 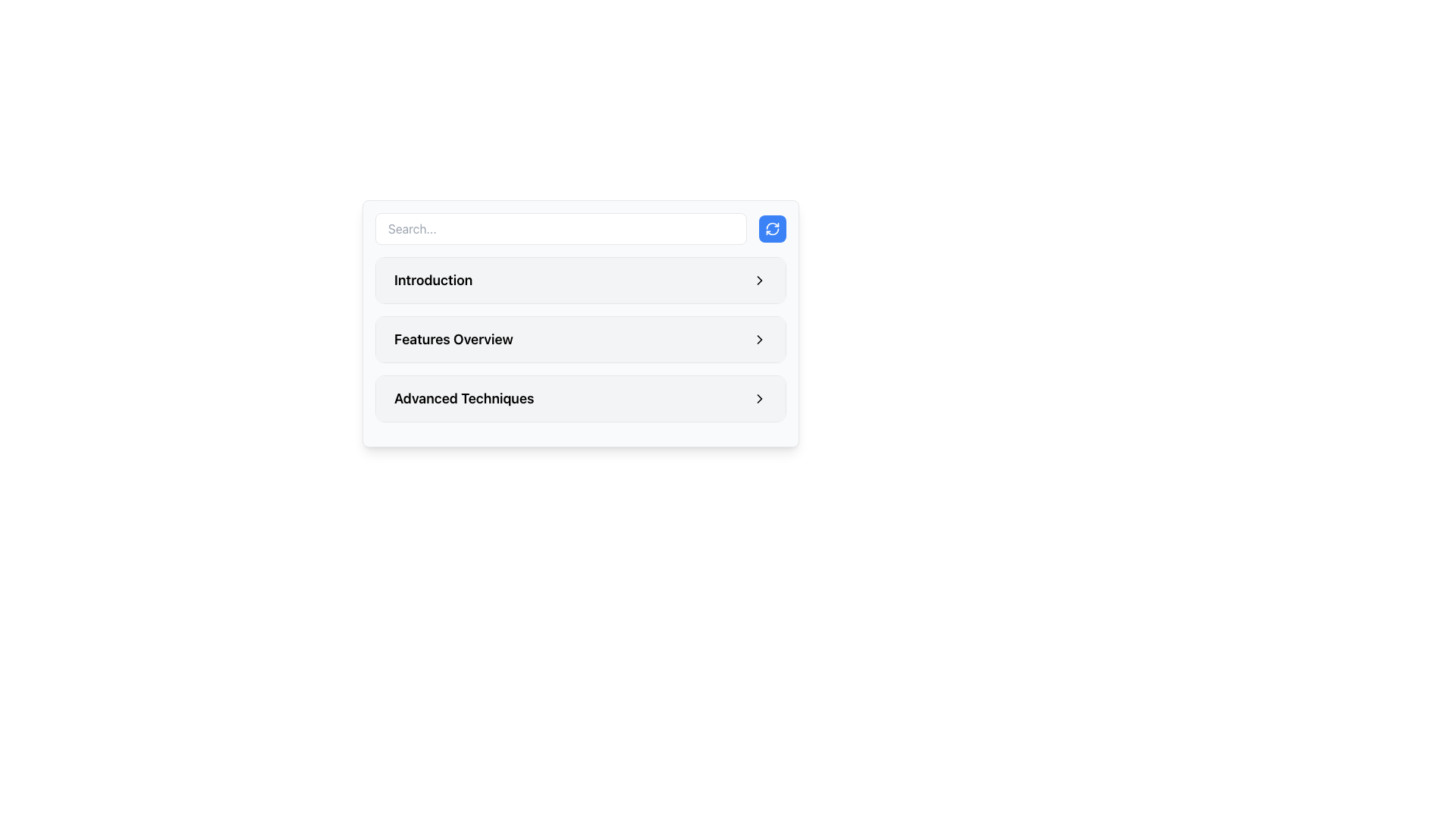 What do you see at coordinates (760, 338) in the screenshot?
I see `the right-facing chevron icon in the second list item, adjacent to the 'Features Overview' text` at bounding box center [760, 338].